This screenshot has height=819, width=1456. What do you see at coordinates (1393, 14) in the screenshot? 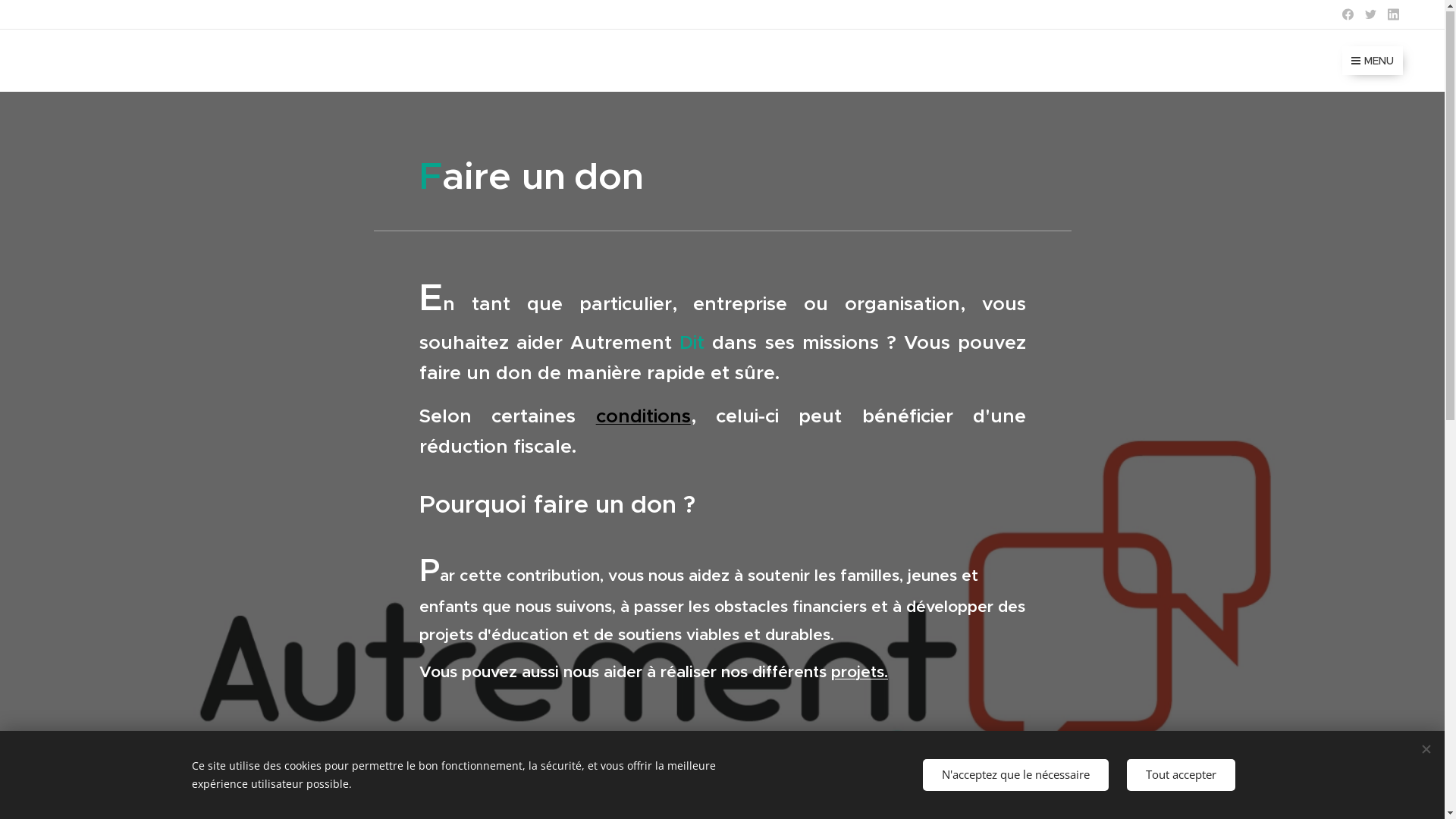
I see `'Linkedin'` at bounding box center [1393, 14].